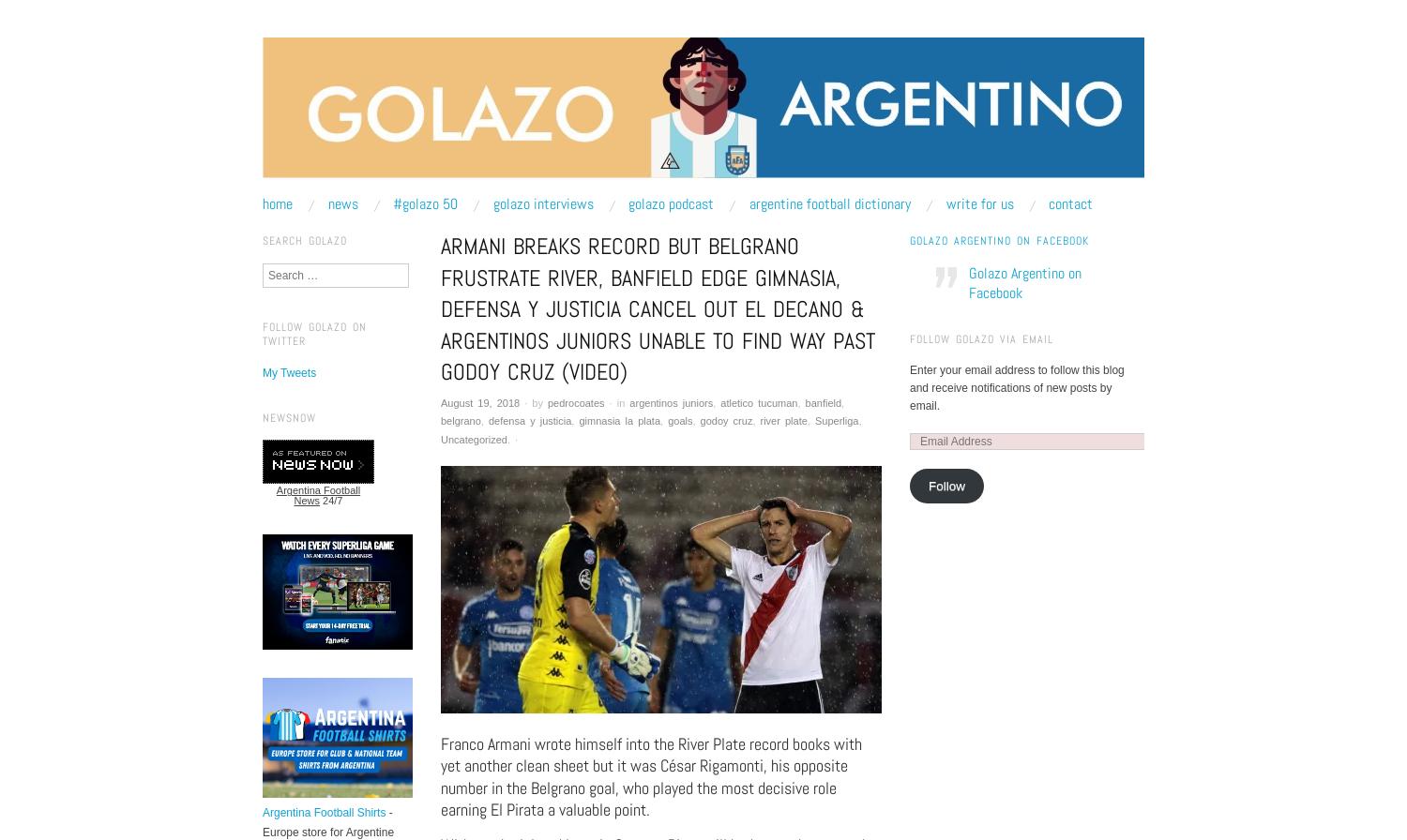 The image size is (1407, 840). I want to click on 'Follow Golazo via Email', so click(981, 337).